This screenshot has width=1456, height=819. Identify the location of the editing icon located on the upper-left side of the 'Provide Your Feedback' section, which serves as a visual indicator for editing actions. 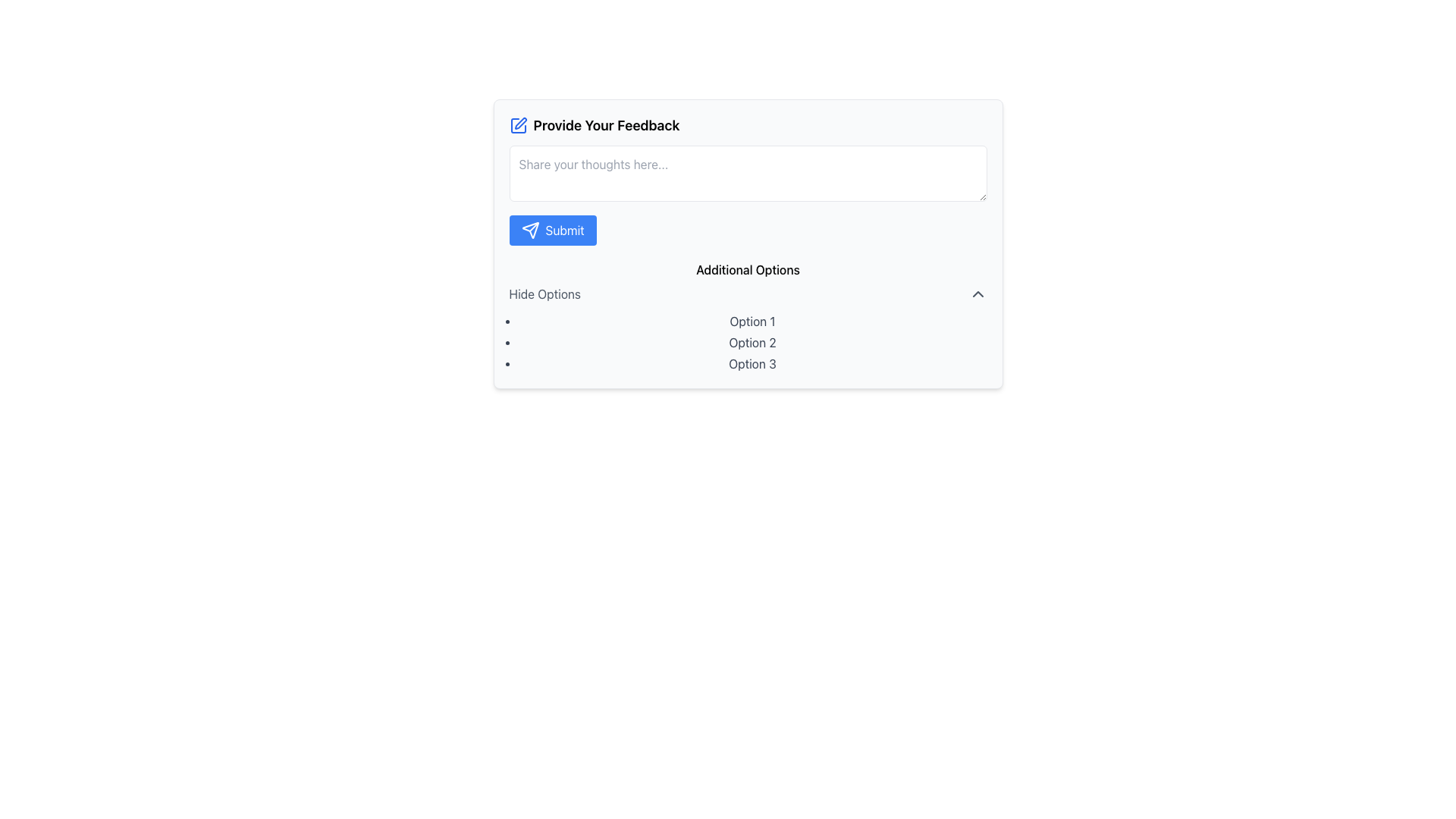
(518, 124).